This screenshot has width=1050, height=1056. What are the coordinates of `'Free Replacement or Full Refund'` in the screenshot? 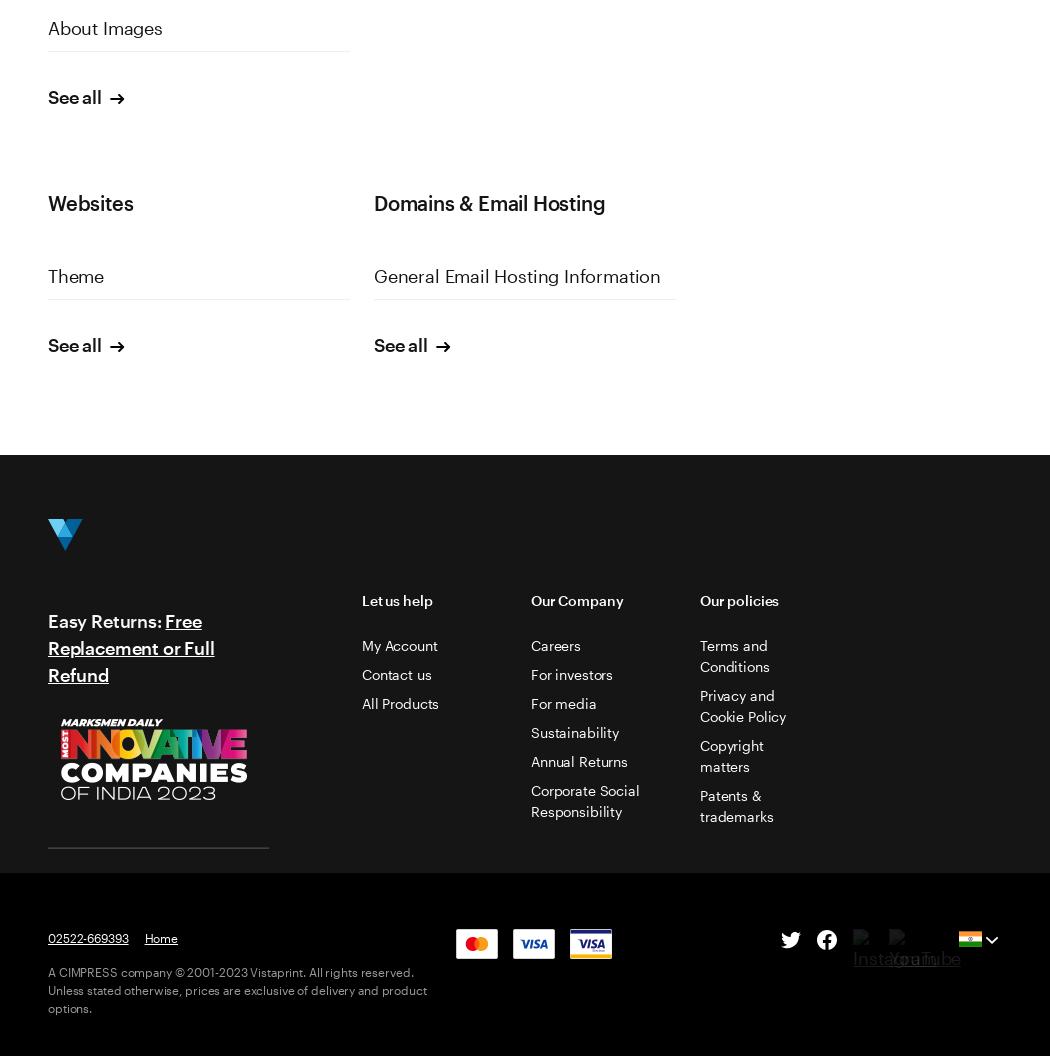 It's located at (130, 646).